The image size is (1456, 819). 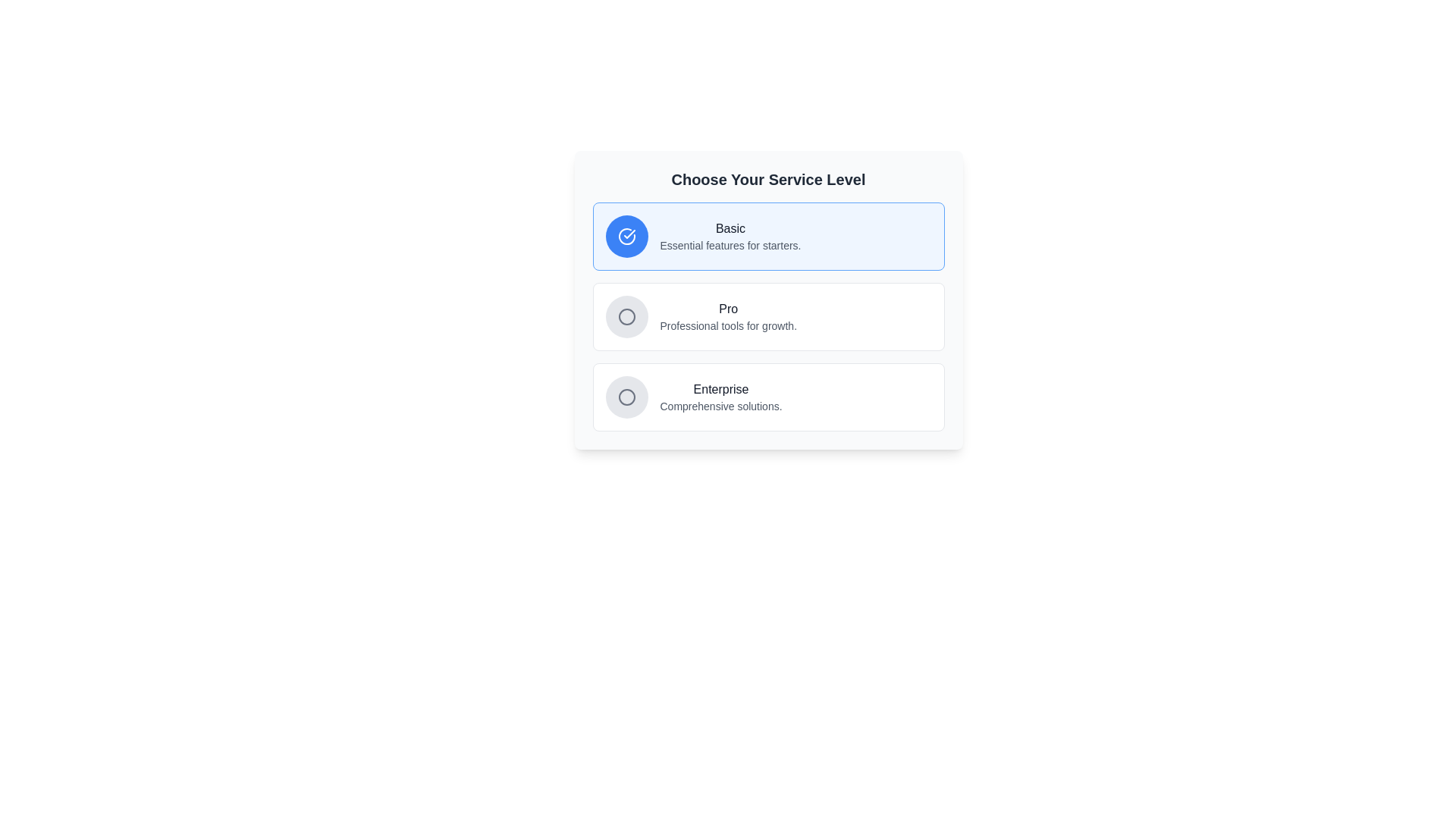 I want to click on the circular icon with a white checkmark on a blue background, located above the 'Basic' text in the service level selection, so click(x=626, y=237).